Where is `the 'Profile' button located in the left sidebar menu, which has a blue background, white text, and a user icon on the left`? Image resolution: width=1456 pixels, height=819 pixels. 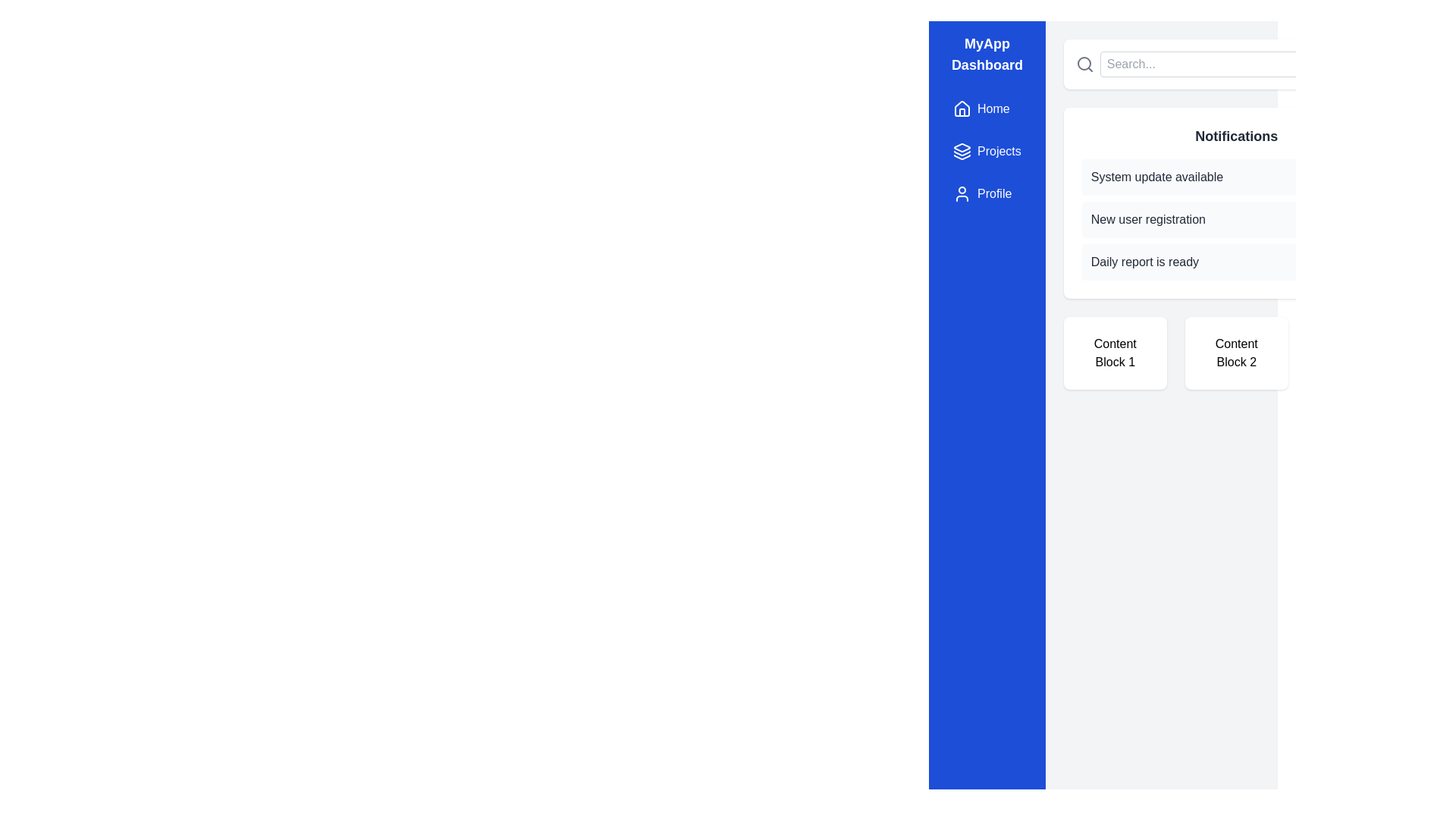
the 'Profile' button located in the left sidebar menu, which has a blue background, white text, and a user icon on the left is located at coordinates (982, 193).